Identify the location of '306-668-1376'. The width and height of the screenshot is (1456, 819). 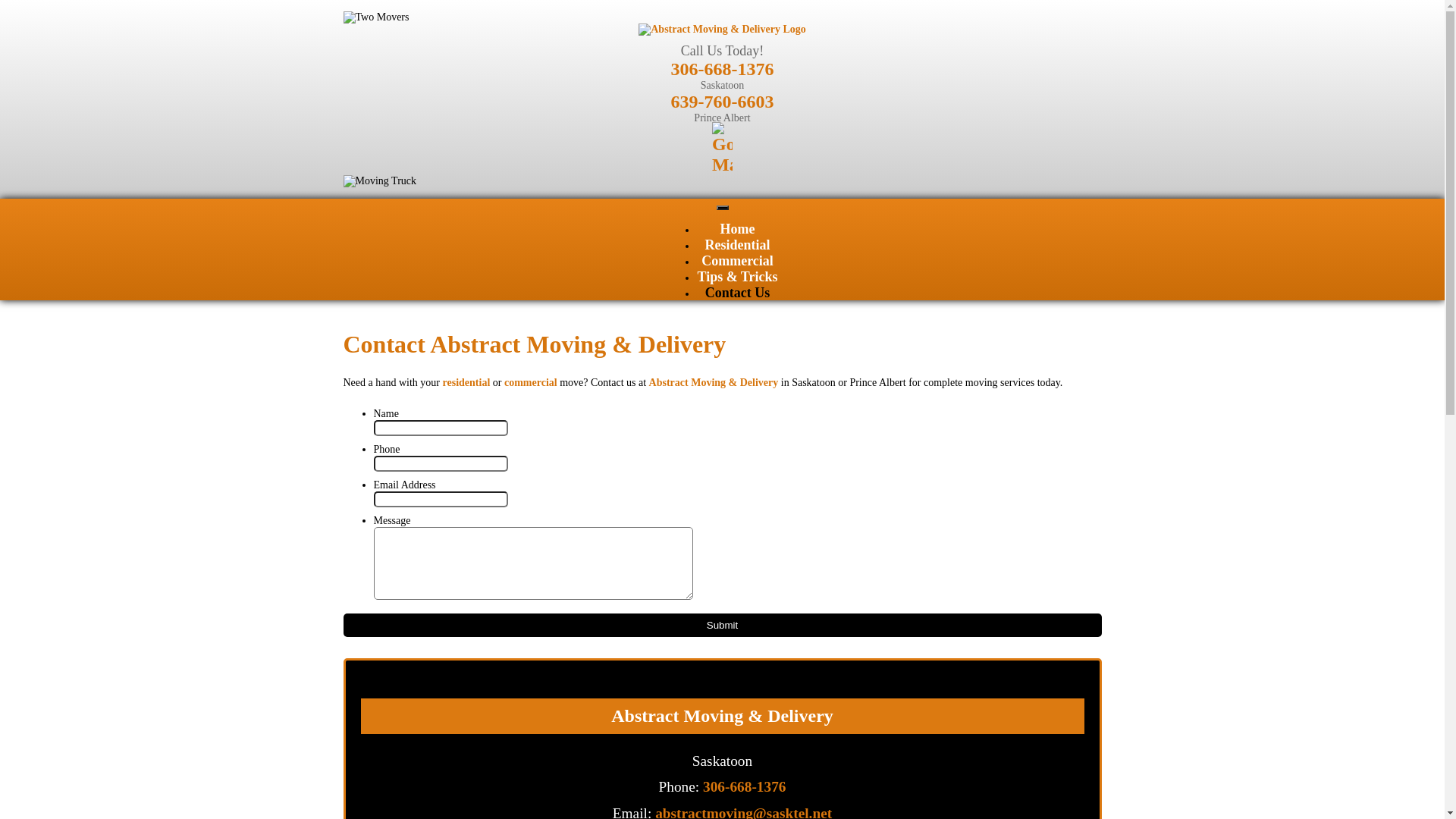
(744, 786).